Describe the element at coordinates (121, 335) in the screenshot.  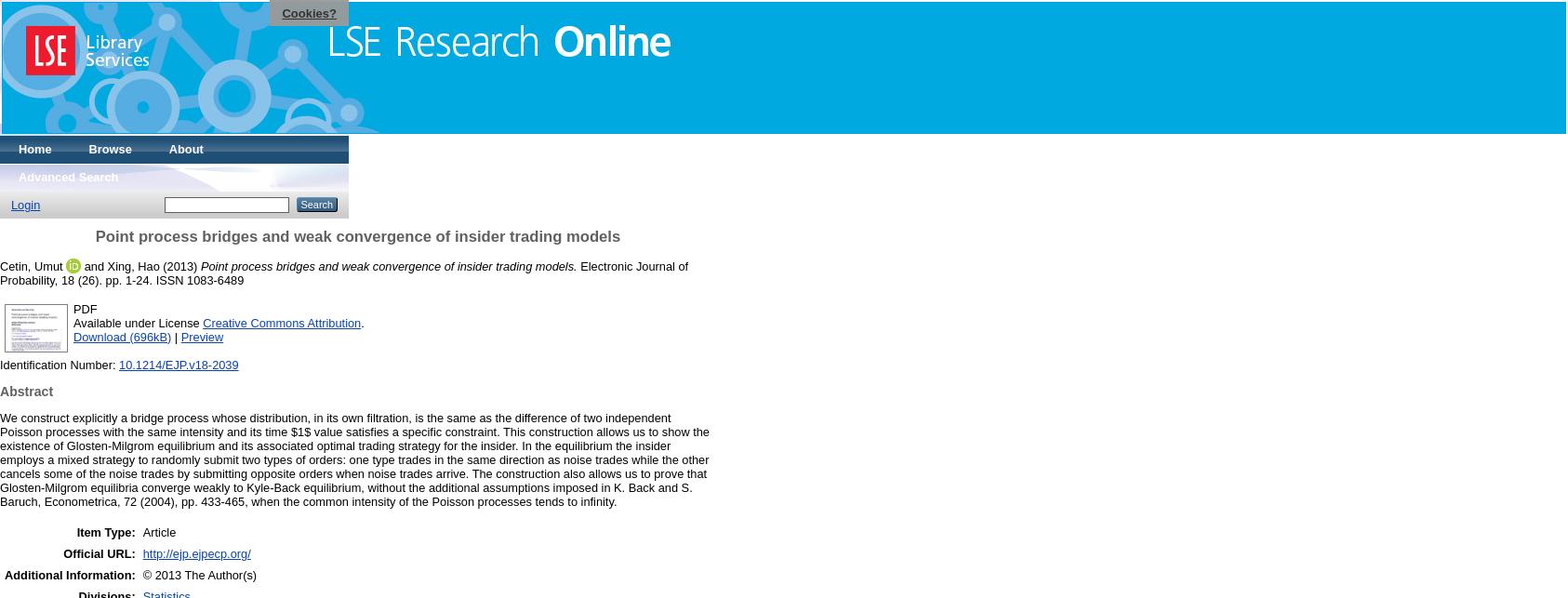
I see `'Download (696kB)'` at that location.